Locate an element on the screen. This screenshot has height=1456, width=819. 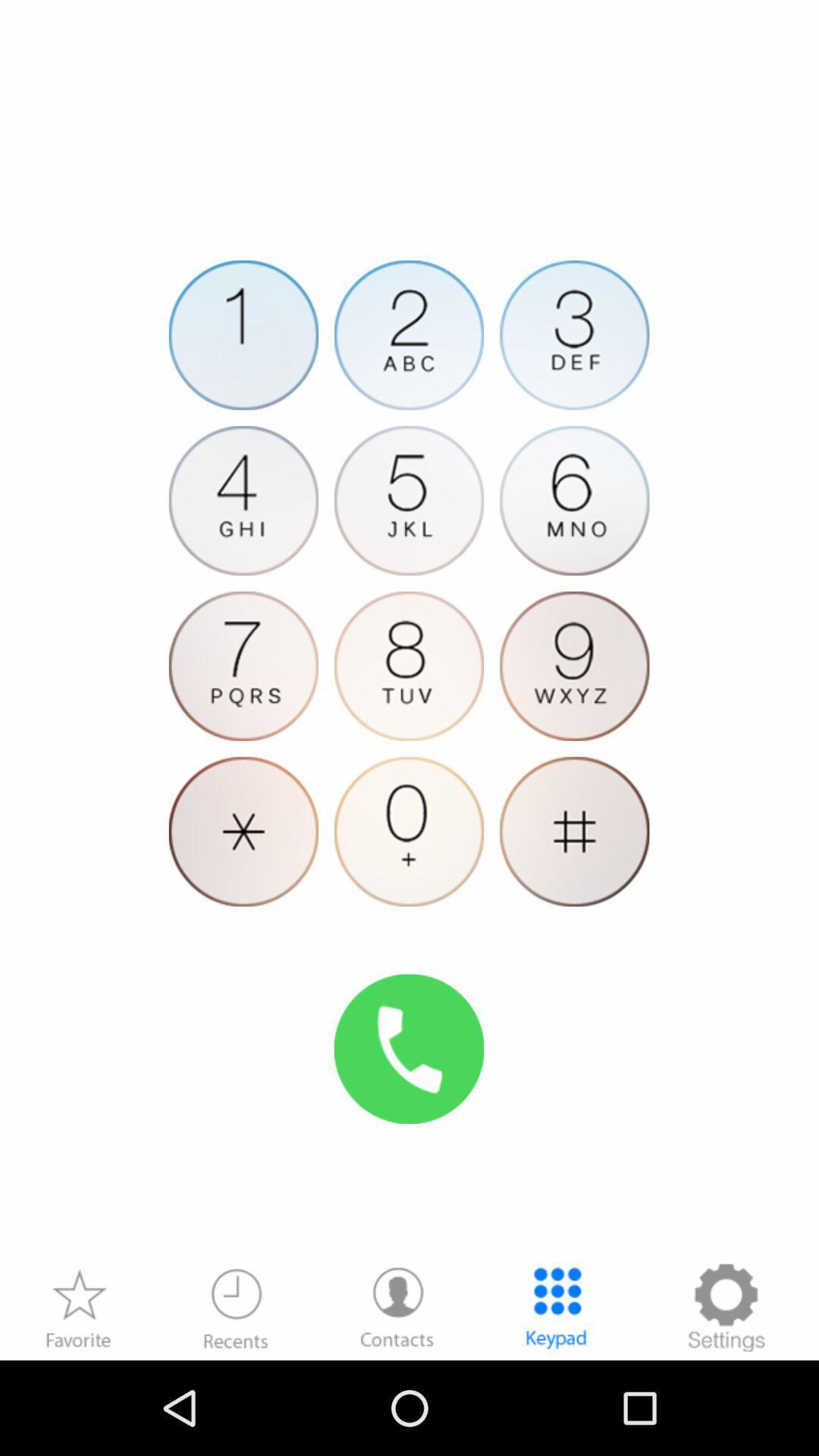
the time icon is located at coordinates (236, 1398).